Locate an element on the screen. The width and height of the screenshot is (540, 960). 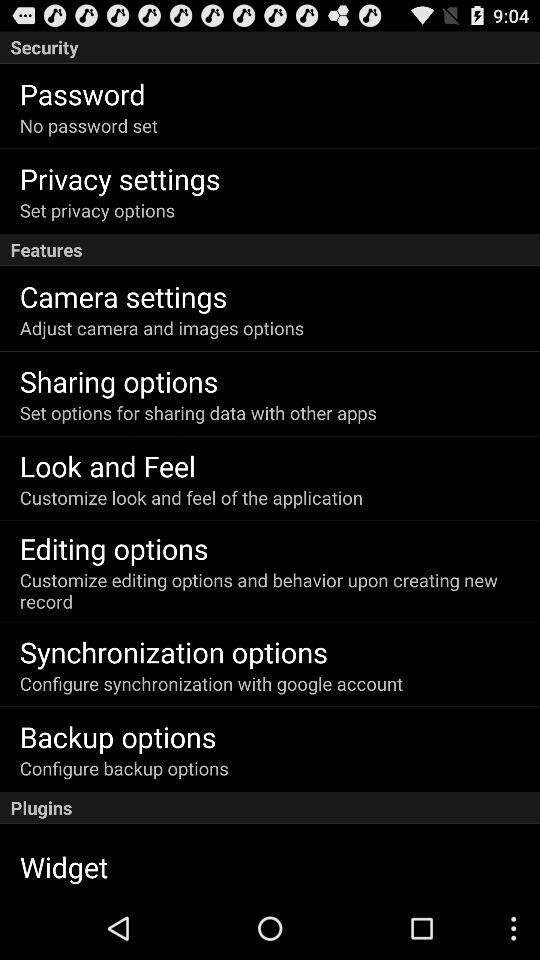
widget item is located at coordinates (64, 865).